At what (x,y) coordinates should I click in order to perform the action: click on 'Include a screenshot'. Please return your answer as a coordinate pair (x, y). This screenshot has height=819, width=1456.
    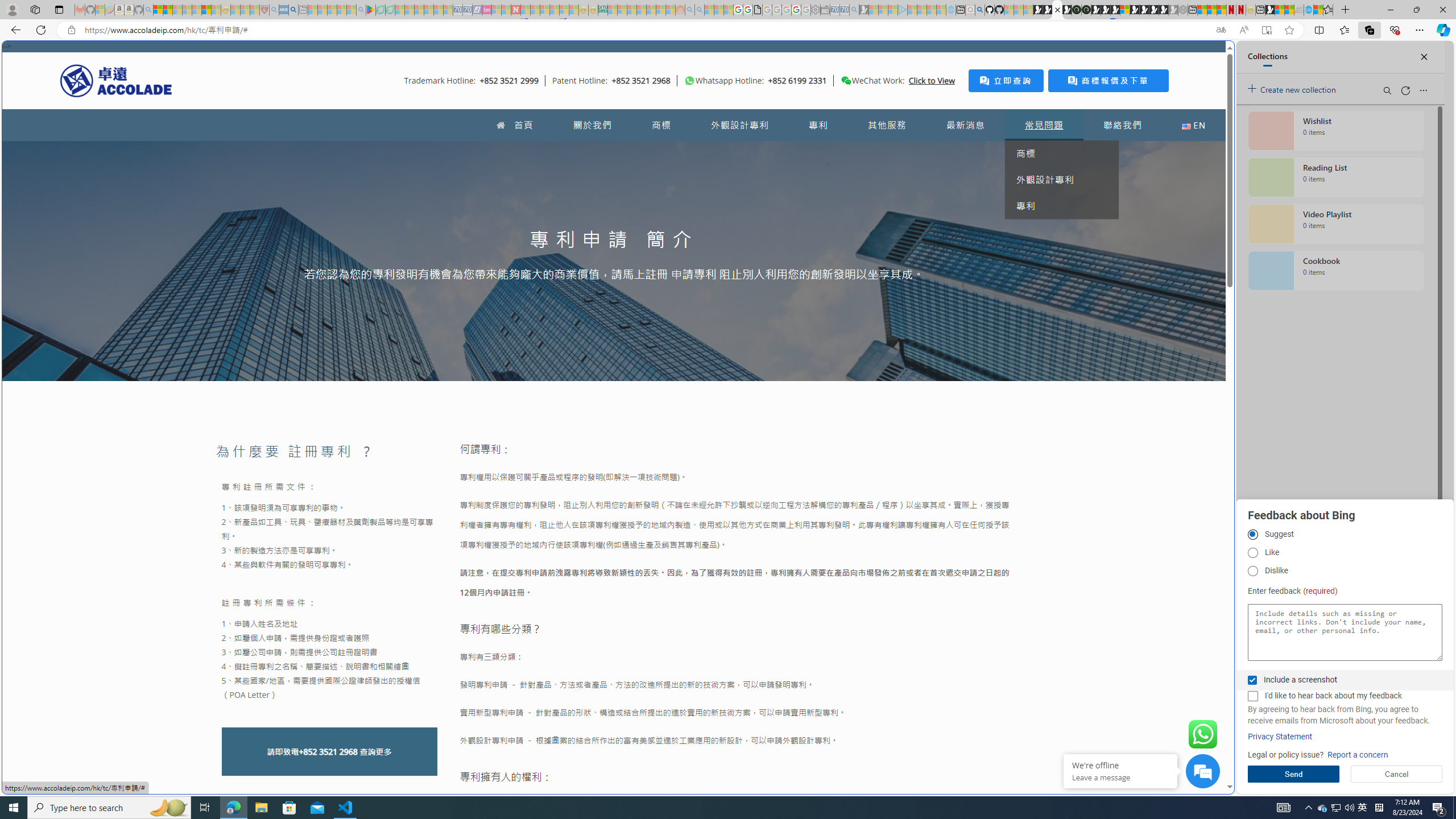
    Looking at the image, I should click on (1252, 679).